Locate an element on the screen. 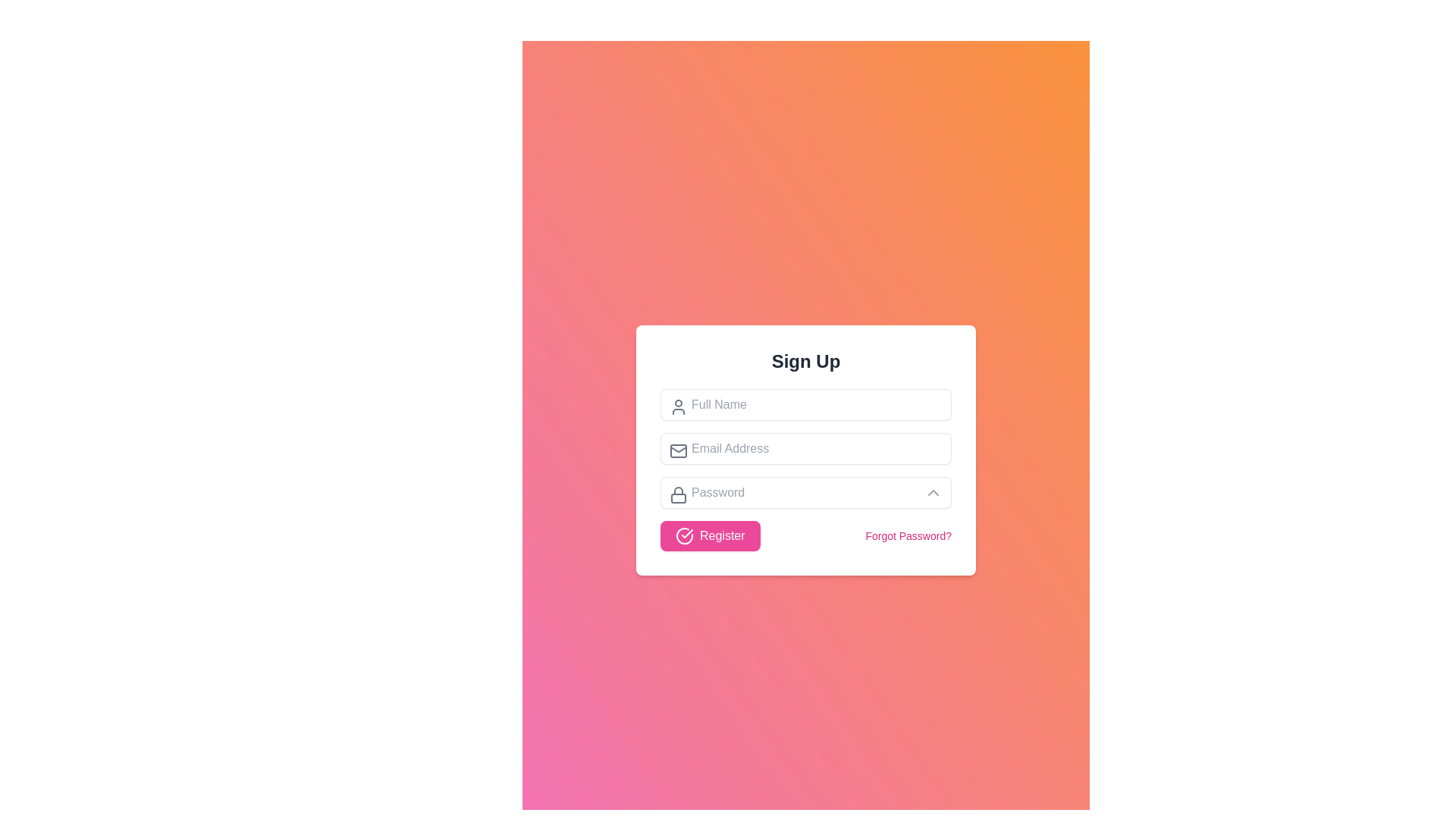  the button with an icon that toggles the password visibility, located at the far-right of the password input field is located at coordinates (932, 493).